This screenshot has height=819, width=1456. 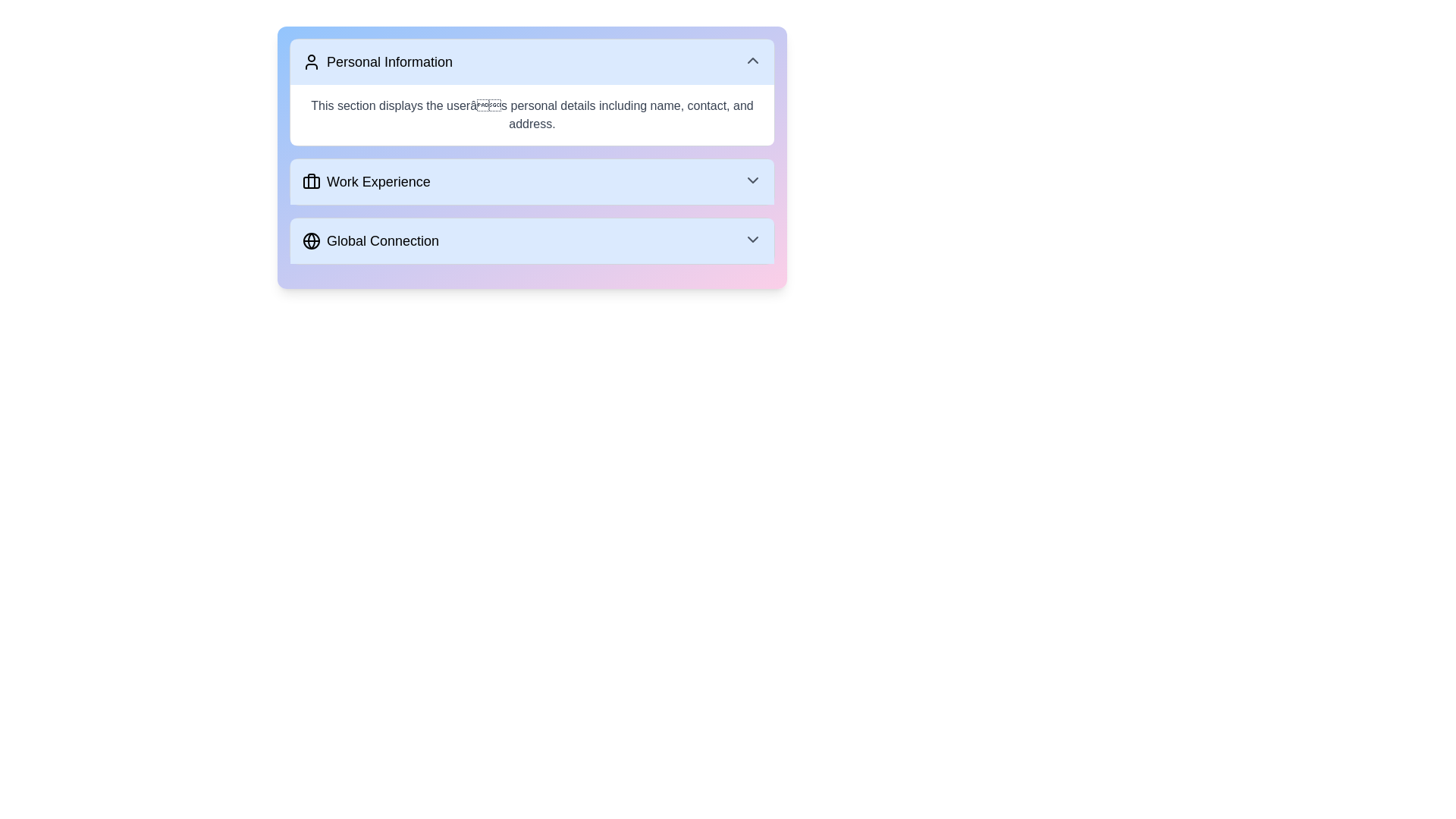 I want to click on the downward-pointing chevron icon in the 'Work Experience' section header, so click(x=753, y=180).